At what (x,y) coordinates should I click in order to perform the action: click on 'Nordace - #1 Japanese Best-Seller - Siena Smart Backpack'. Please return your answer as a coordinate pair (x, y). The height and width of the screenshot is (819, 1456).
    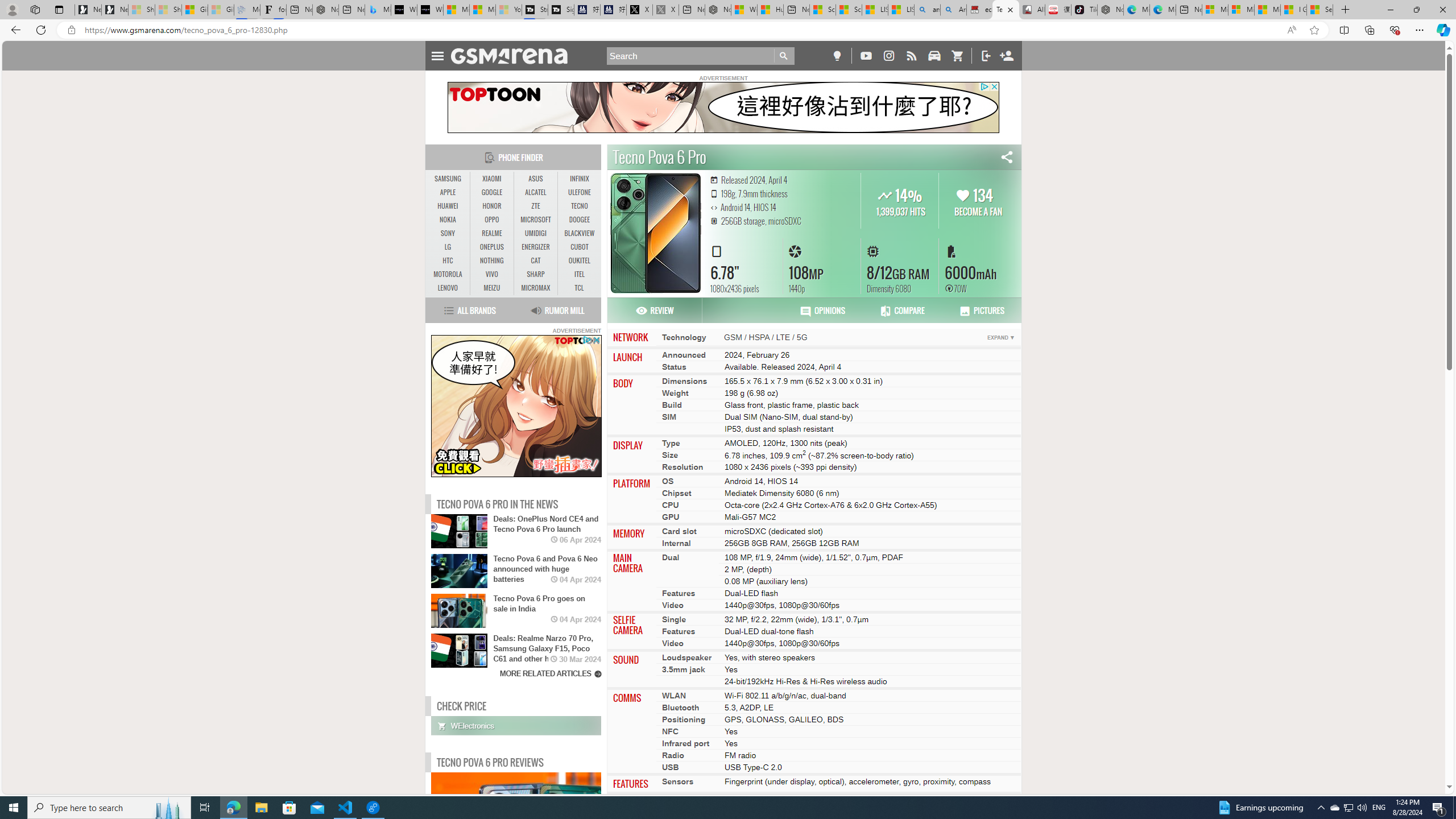
    Looking at the image, I should click on (325, 9).